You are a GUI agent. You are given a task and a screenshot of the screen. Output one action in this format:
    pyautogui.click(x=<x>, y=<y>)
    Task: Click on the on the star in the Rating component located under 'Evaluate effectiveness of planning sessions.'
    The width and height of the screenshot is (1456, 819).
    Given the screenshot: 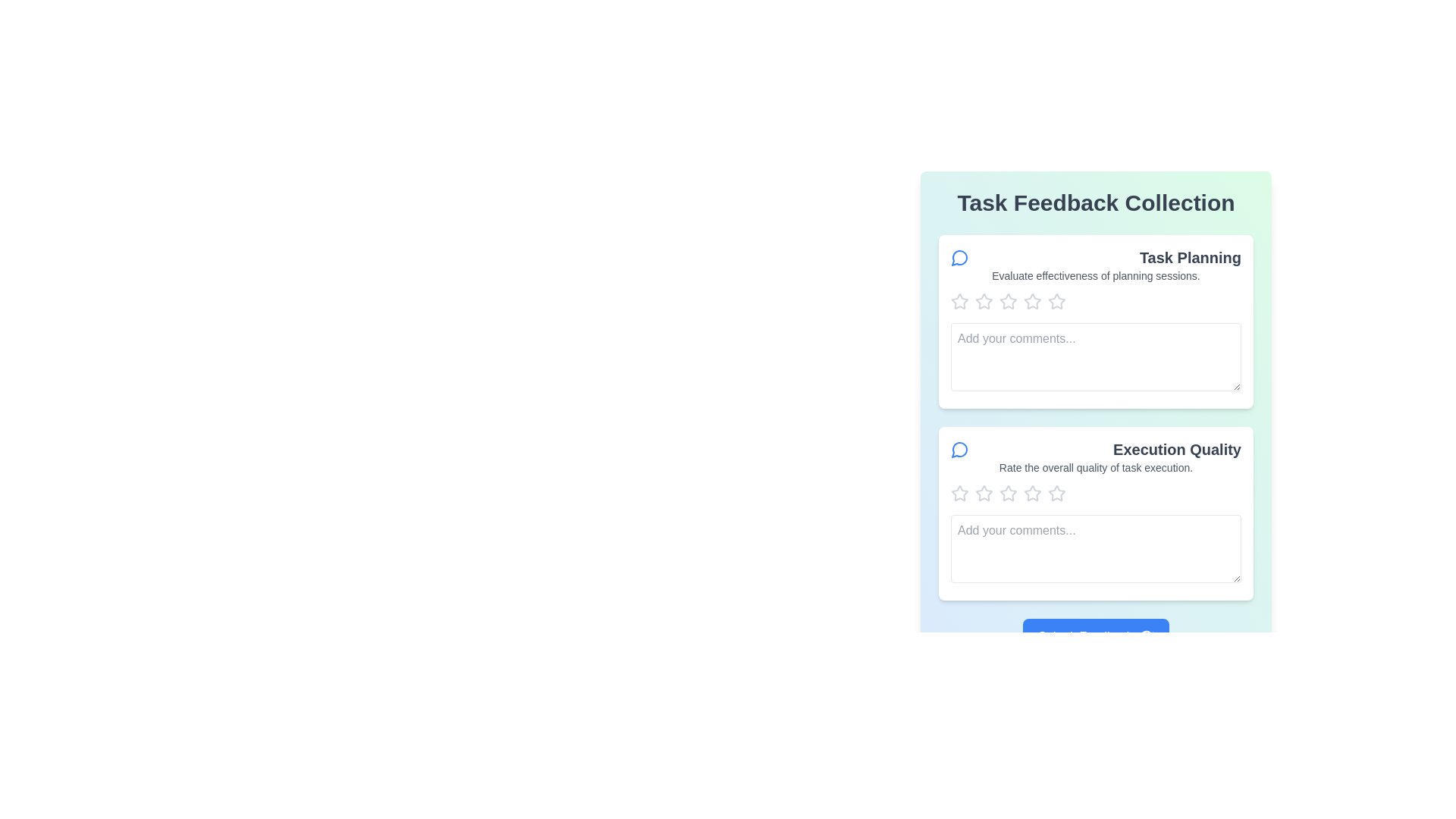 What is the action you would take?
    pyautogui.click(x=1096, y=301)
    